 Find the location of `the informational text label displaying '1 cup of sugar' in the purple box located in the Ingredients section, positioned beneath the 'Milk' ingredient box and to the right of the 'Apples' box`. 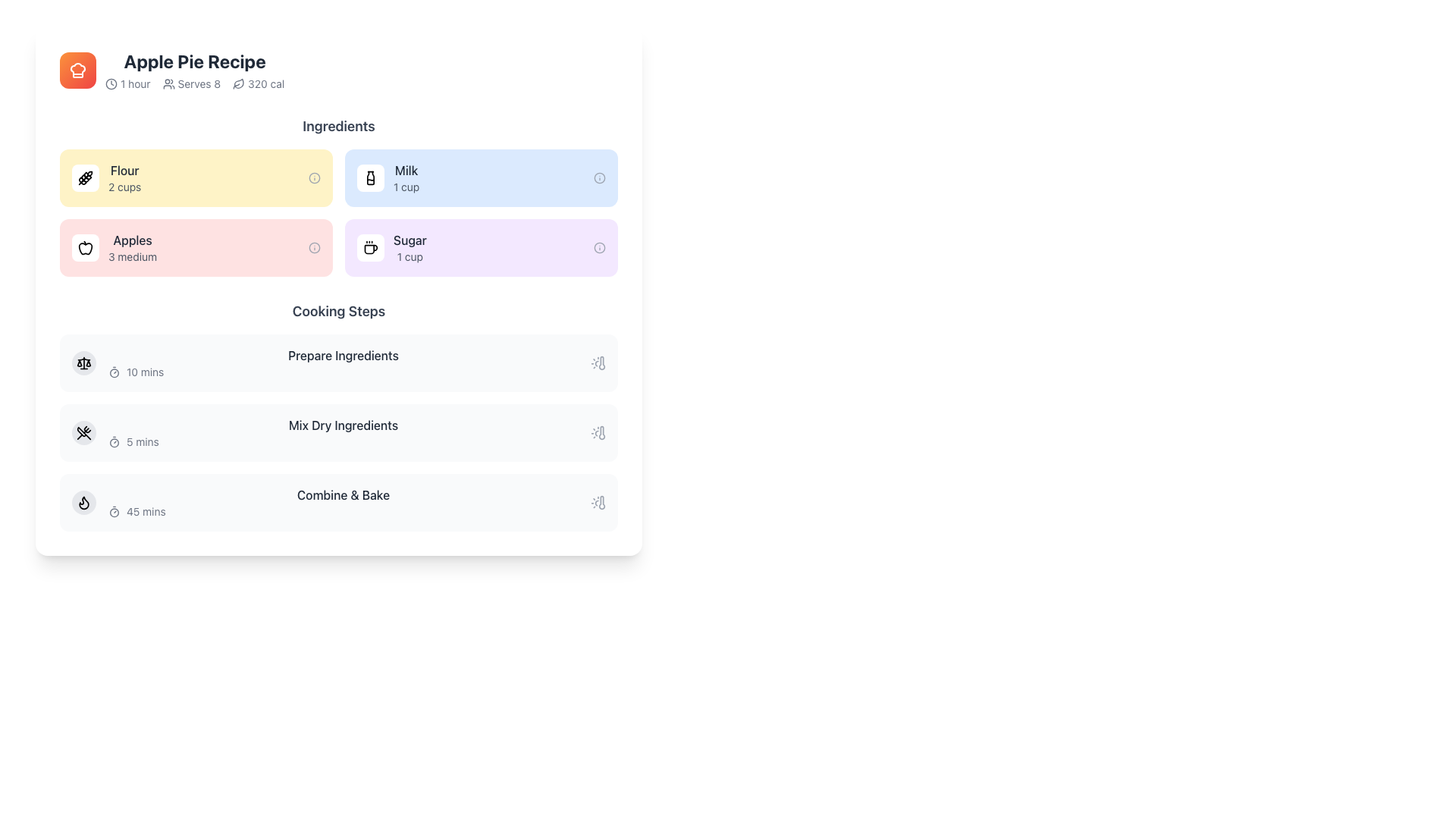

the informational text label displaying '1 cup of sugar' in the purple box located in the Ingredients section, positioned beneath the 'Milk' ingredient box and to the right of the 'Apples' box is located at coordinates (409, 247).